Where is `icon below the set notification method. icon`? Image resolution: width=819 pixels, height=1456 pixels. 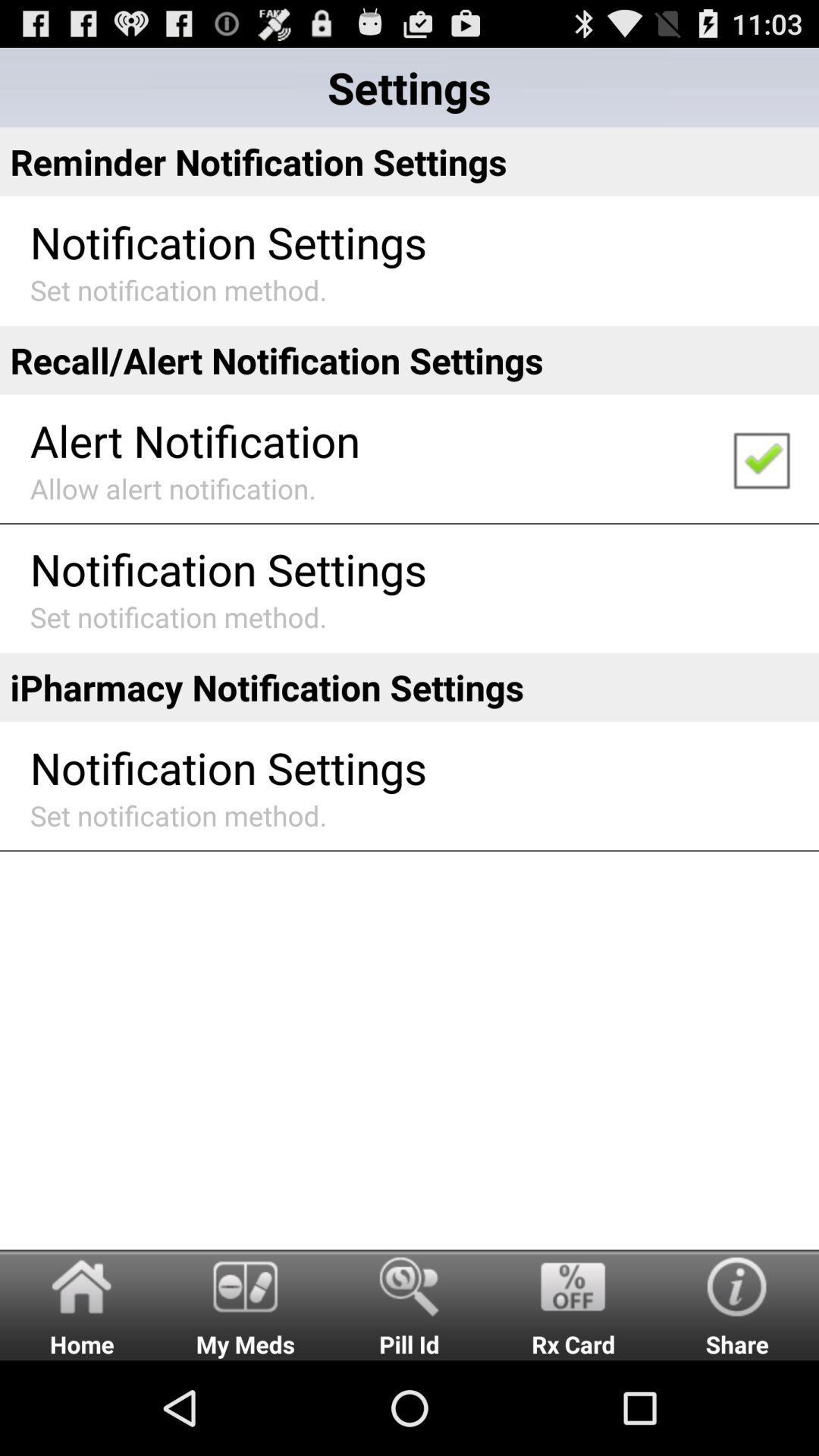 icon below the set notification method. icon is located at coordinates (409, 1304).